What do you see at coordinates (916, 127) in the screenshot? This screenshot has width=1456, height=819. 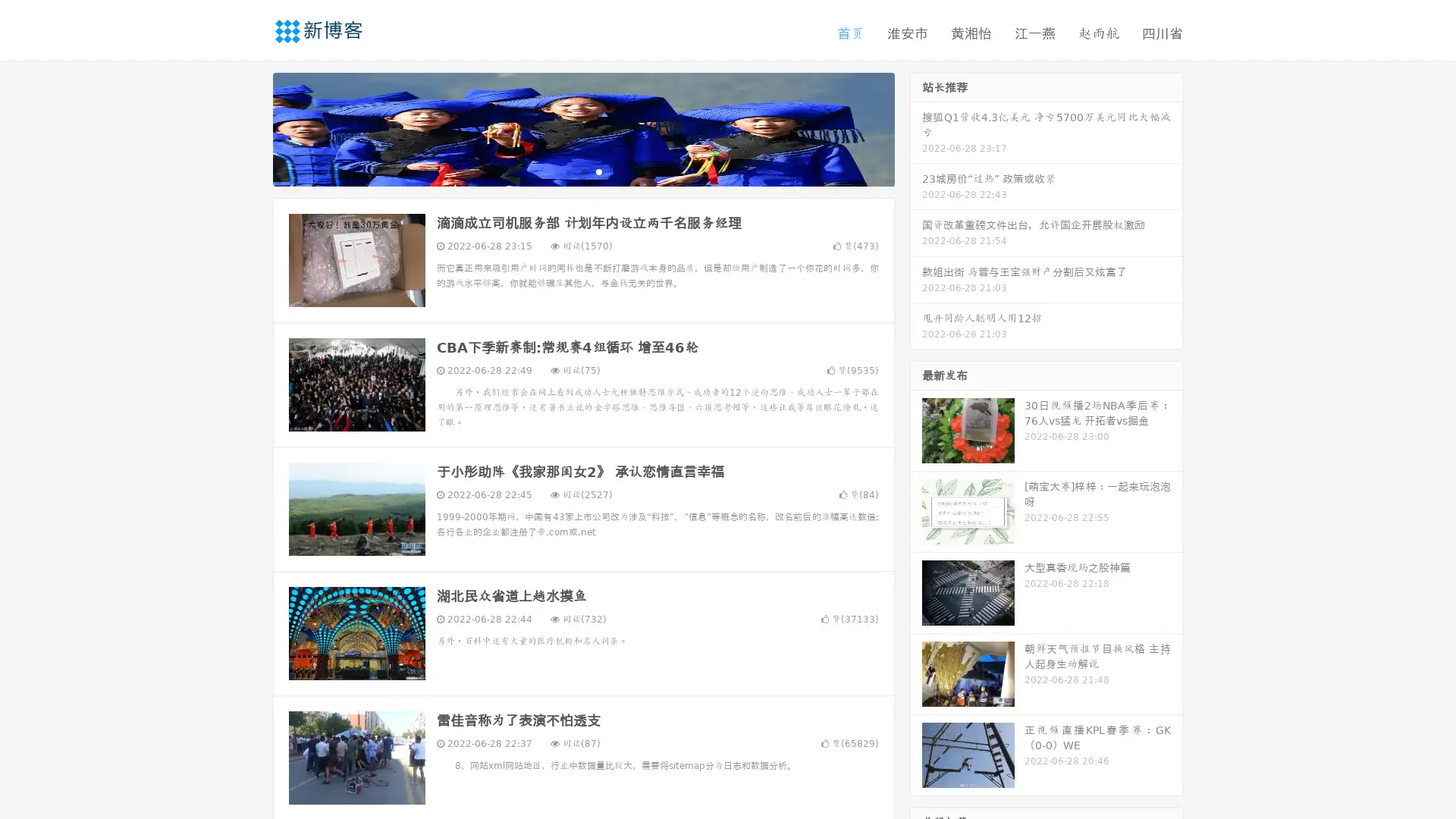 I see `Next slide` at bounding box center [916, 127].